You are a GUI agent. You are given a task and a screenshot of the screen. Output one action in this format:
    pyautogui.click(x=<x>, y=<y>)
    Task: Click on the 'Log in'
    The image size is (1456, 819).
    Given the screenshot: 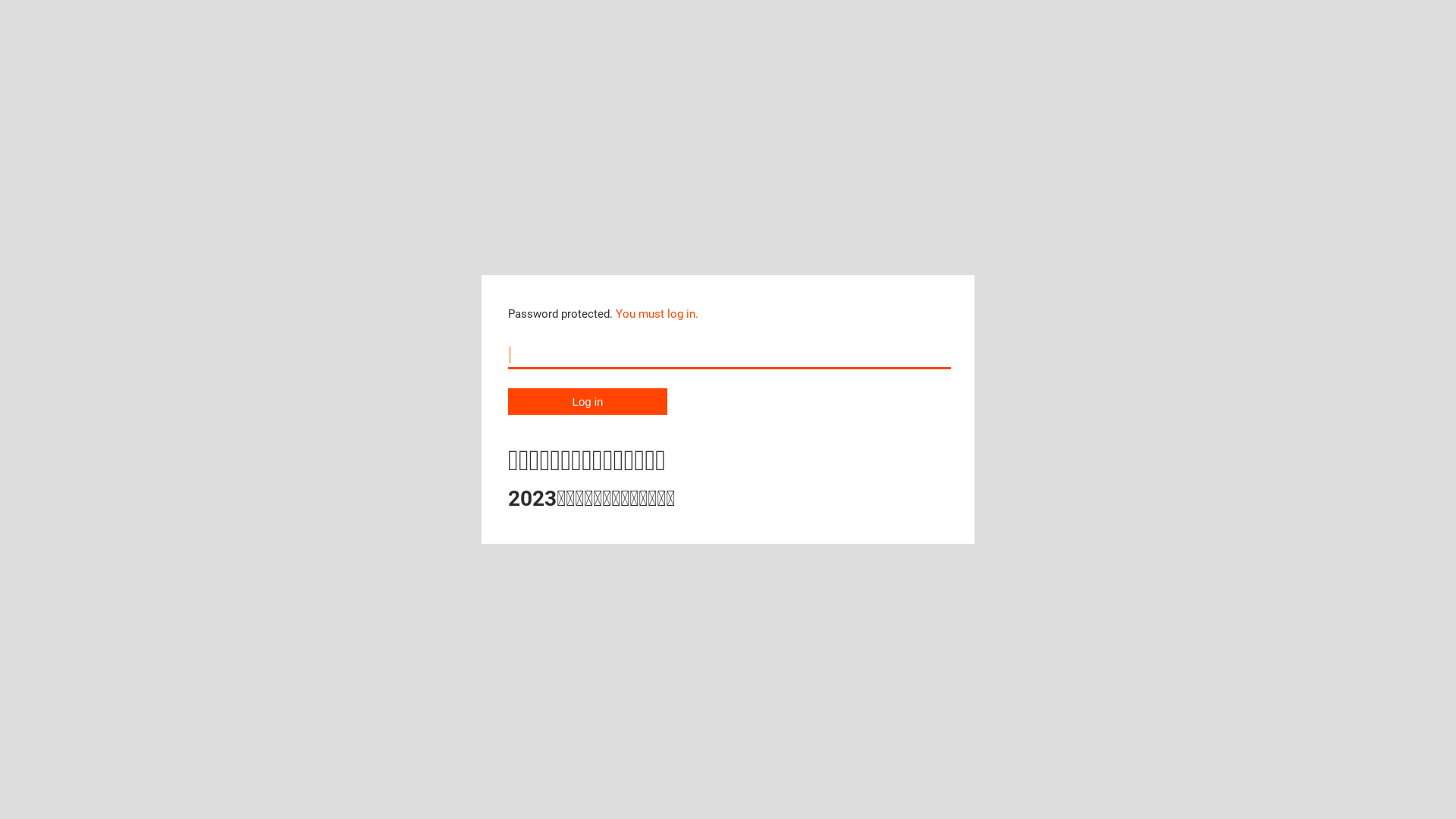 What is the action you would take?
    pyautogui.click(x=586, y=400)
    